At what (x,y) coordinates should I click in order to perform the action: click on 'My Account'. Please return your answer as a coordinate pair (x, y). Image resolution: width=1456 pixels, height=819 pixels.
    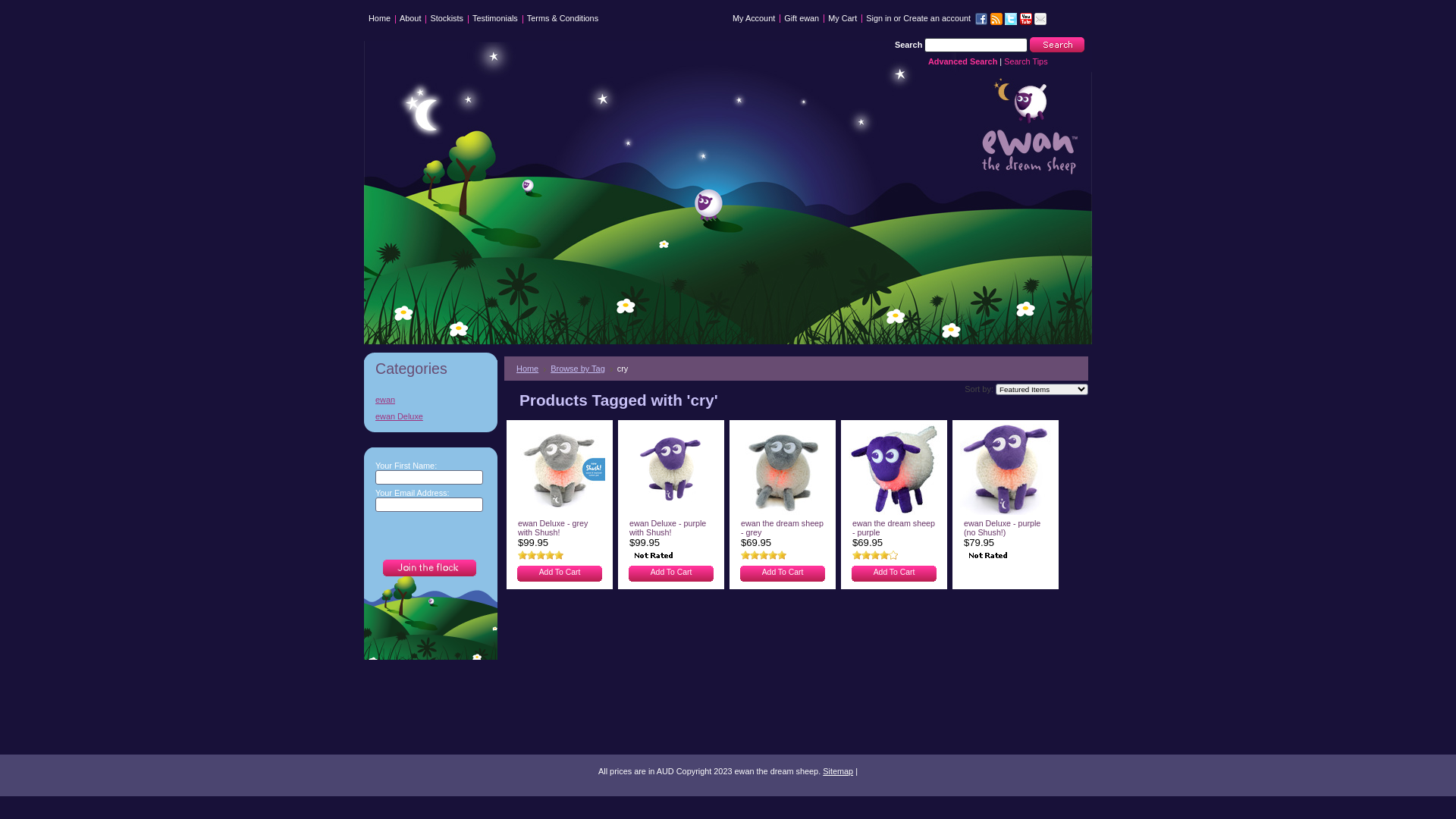
    Looking at the image, I should click on (753, 17).